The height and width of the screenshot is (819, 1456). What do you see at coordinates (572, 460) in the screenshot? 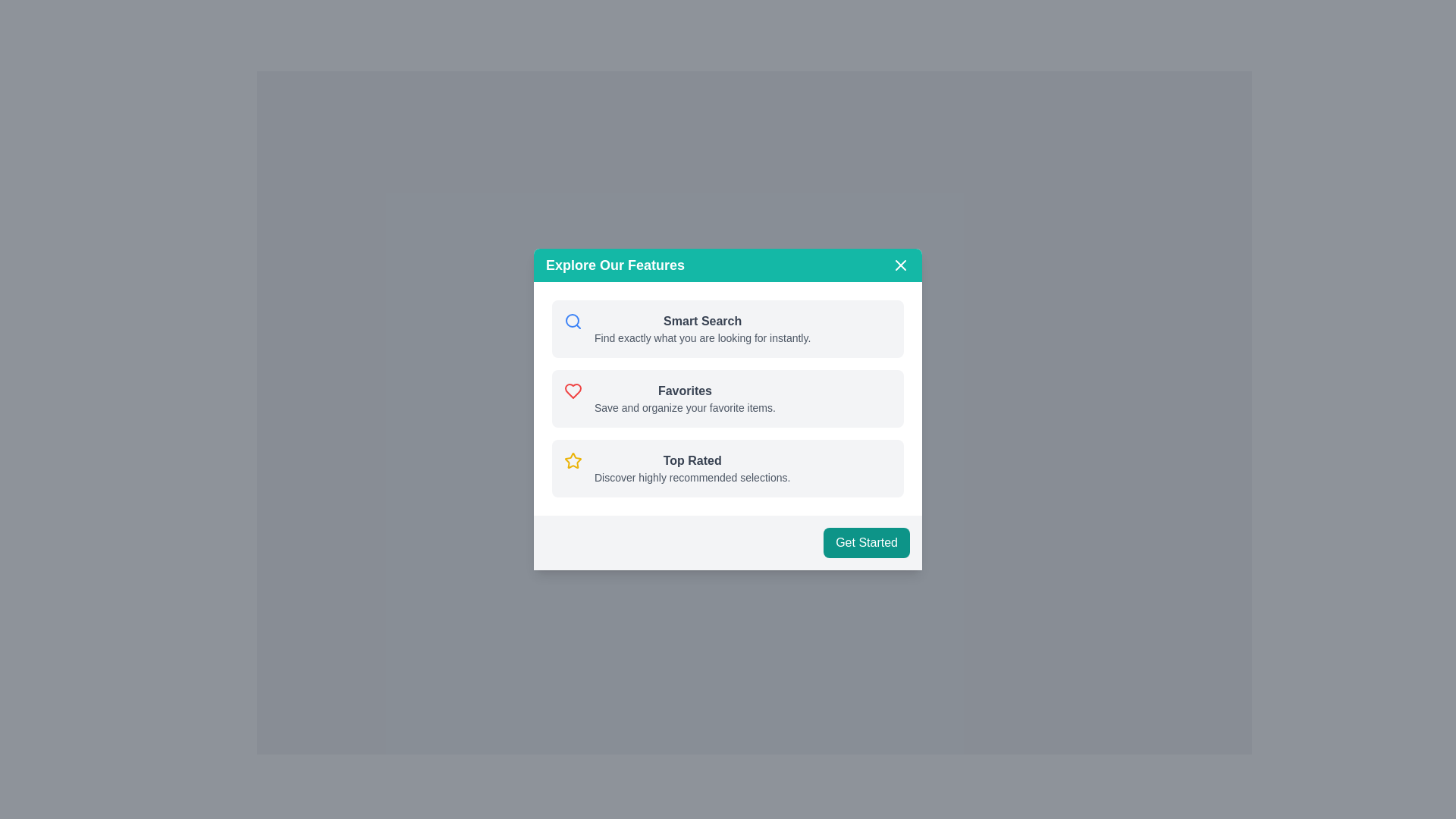
I see `the star-shaped icon with a yellow outline located to the left of the text 'Top Rated' in the modal` at bounding box center [572, 460].